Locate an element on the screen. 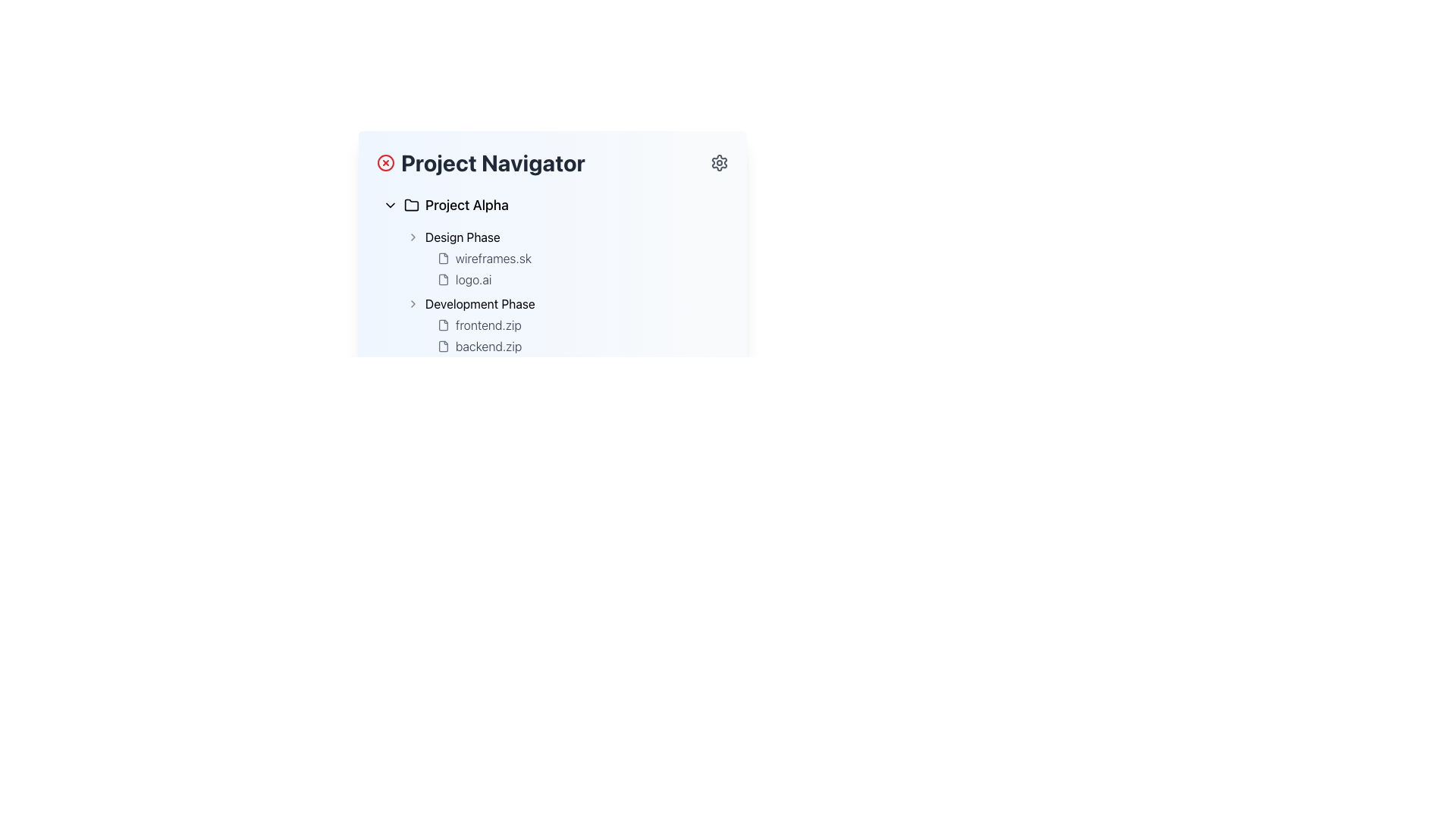 The image size is (1456, 819). the first Expandable List Item labeled 'Project Alpha' is located at coordinates (552, 205).